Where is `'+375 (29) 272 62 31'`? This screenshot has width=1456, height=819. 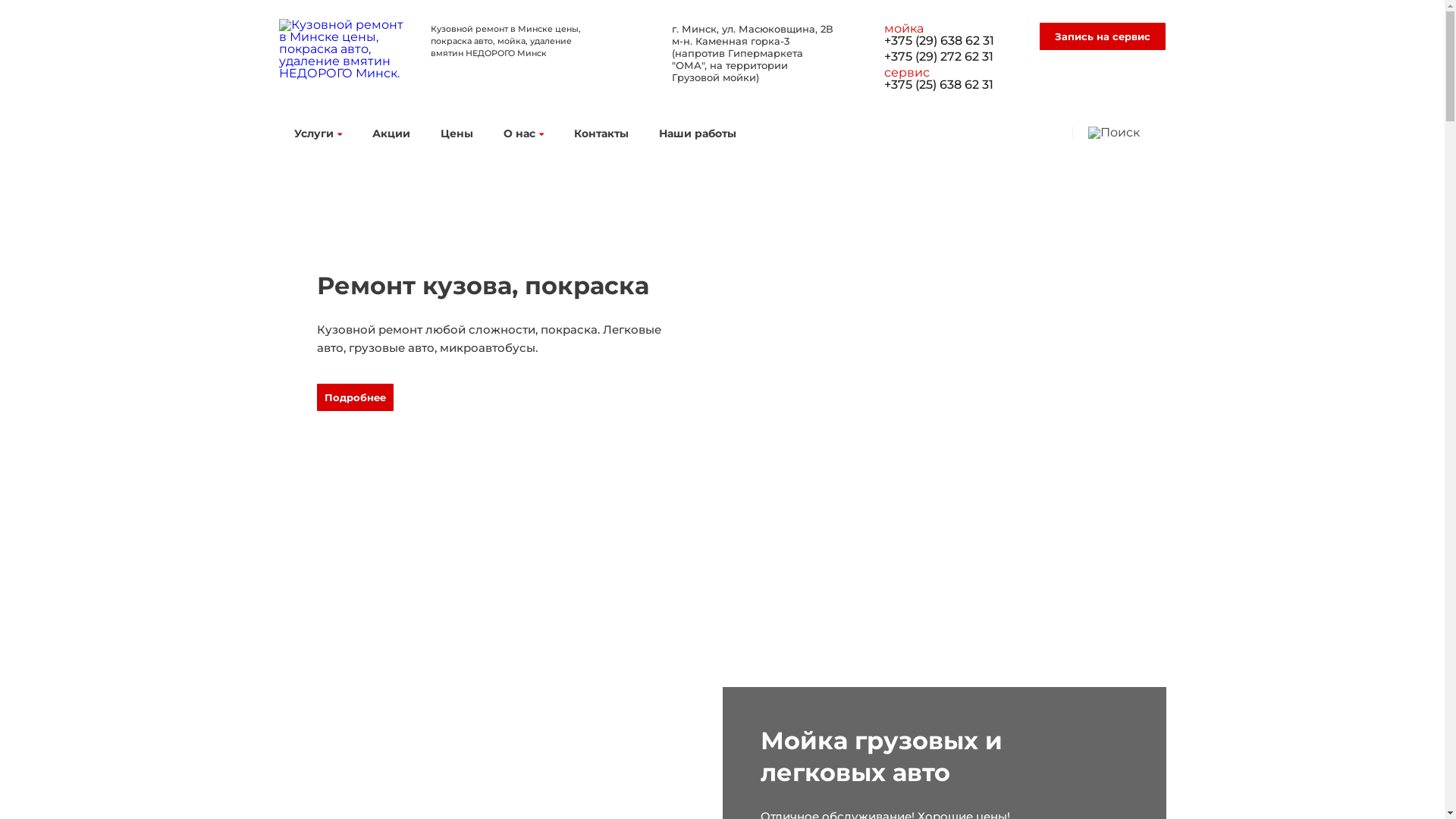
'+375 (29) 272 62 31' is located at coordinates (949, 64).